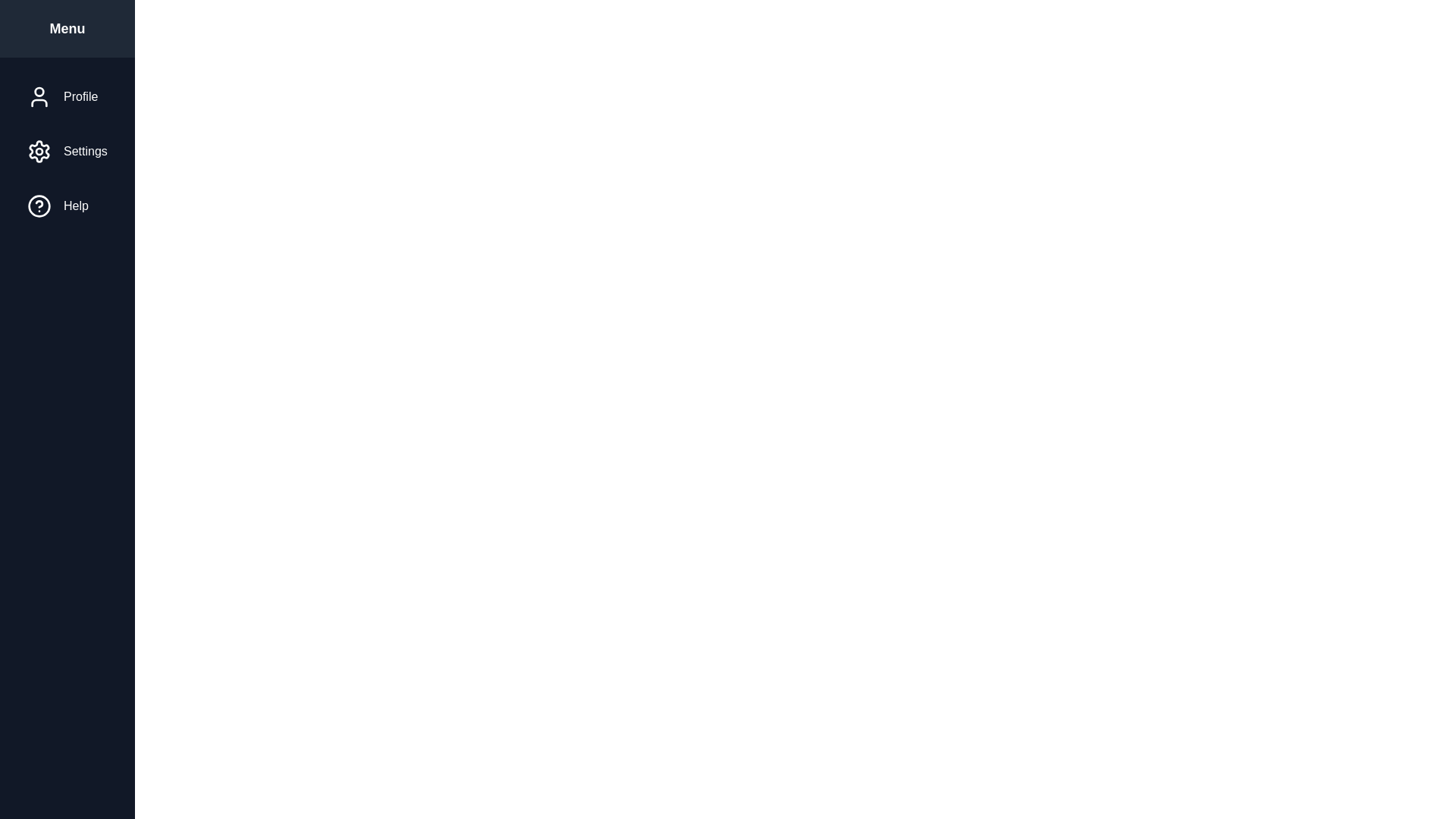 The image size is (1456, 819). I want to click on the menu item icon for Settings, so click(39, 152).